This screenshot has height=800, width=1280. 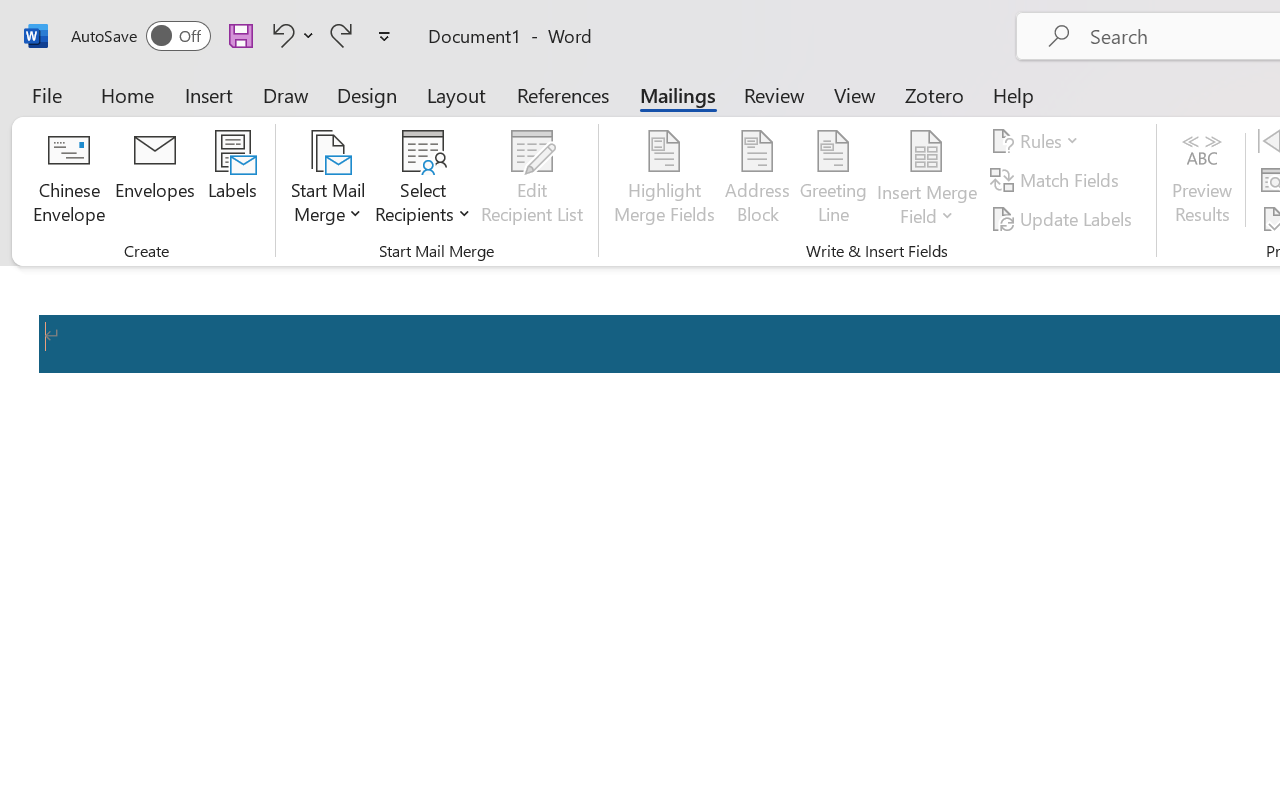 I want to click on 'Insert Merge Field', so click(x=926, y=151).